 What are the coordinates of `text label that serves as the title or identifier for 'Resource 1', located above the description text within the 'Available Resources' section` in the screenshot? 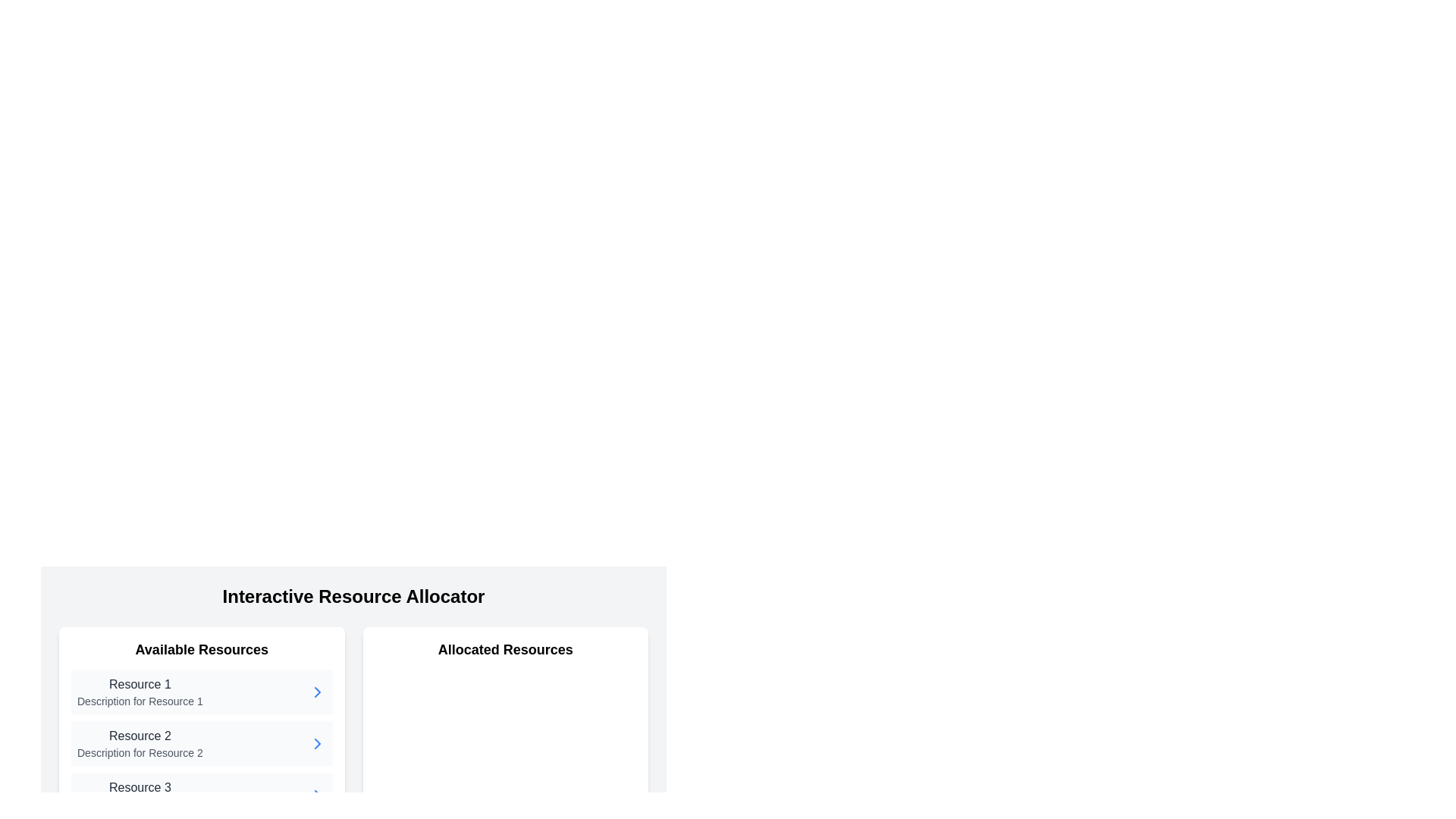 It's located at (140, 684).